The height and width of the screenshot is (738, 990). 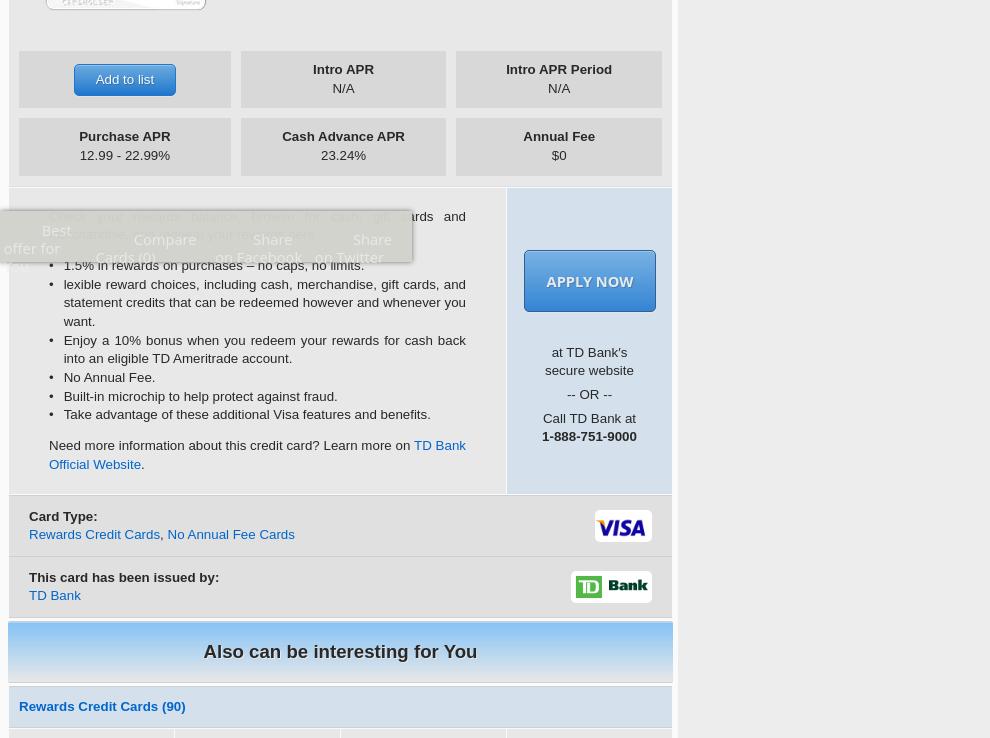 What do you see at coordinates (245, 414) in the screenshot?
I see `'Take advantage of these additional Visa features and benefits.'` at bounding box center [245, 414].